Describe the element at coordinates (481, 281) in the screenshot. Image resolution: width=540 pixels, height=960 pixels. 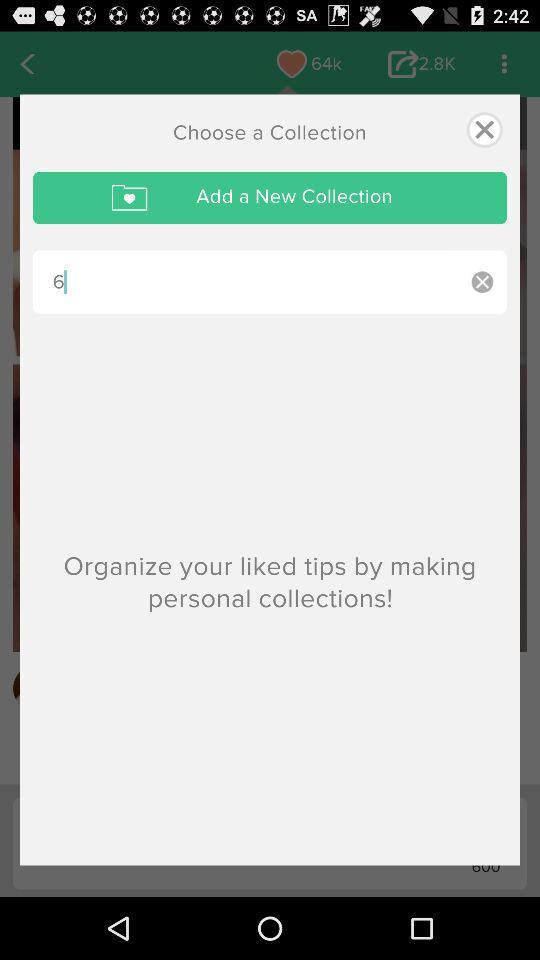
I see `item next to the 6 icon` at that location.